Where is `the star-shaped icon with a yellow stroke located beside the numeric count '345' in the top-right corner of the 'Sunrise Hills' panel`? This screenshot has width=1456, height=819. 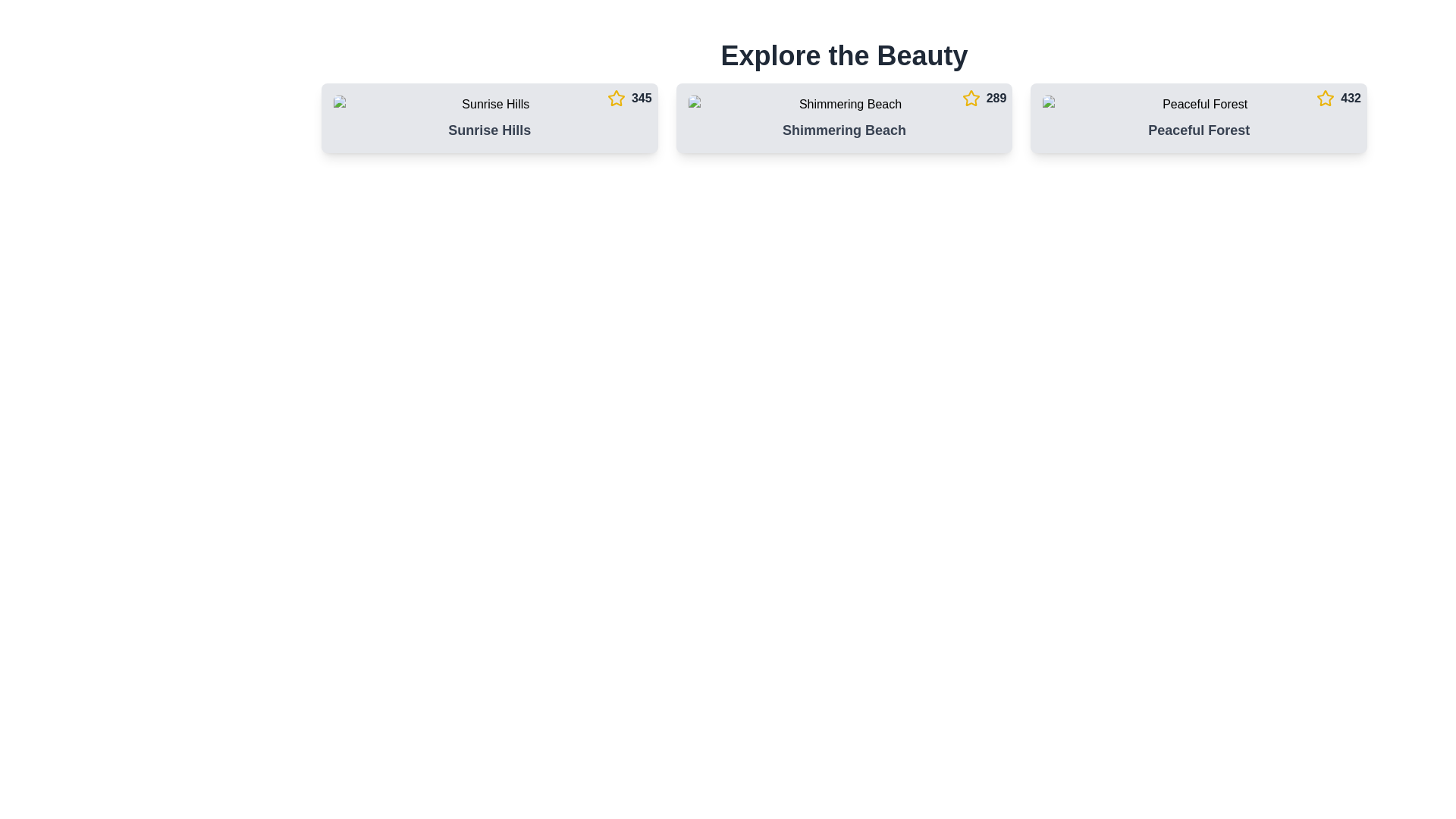
the star-shaped icon with a yellow stroke located beside the numeric count '345' in the top-right corner of the 'Sunrise Hills' panel is located at coordinates (616, 99).